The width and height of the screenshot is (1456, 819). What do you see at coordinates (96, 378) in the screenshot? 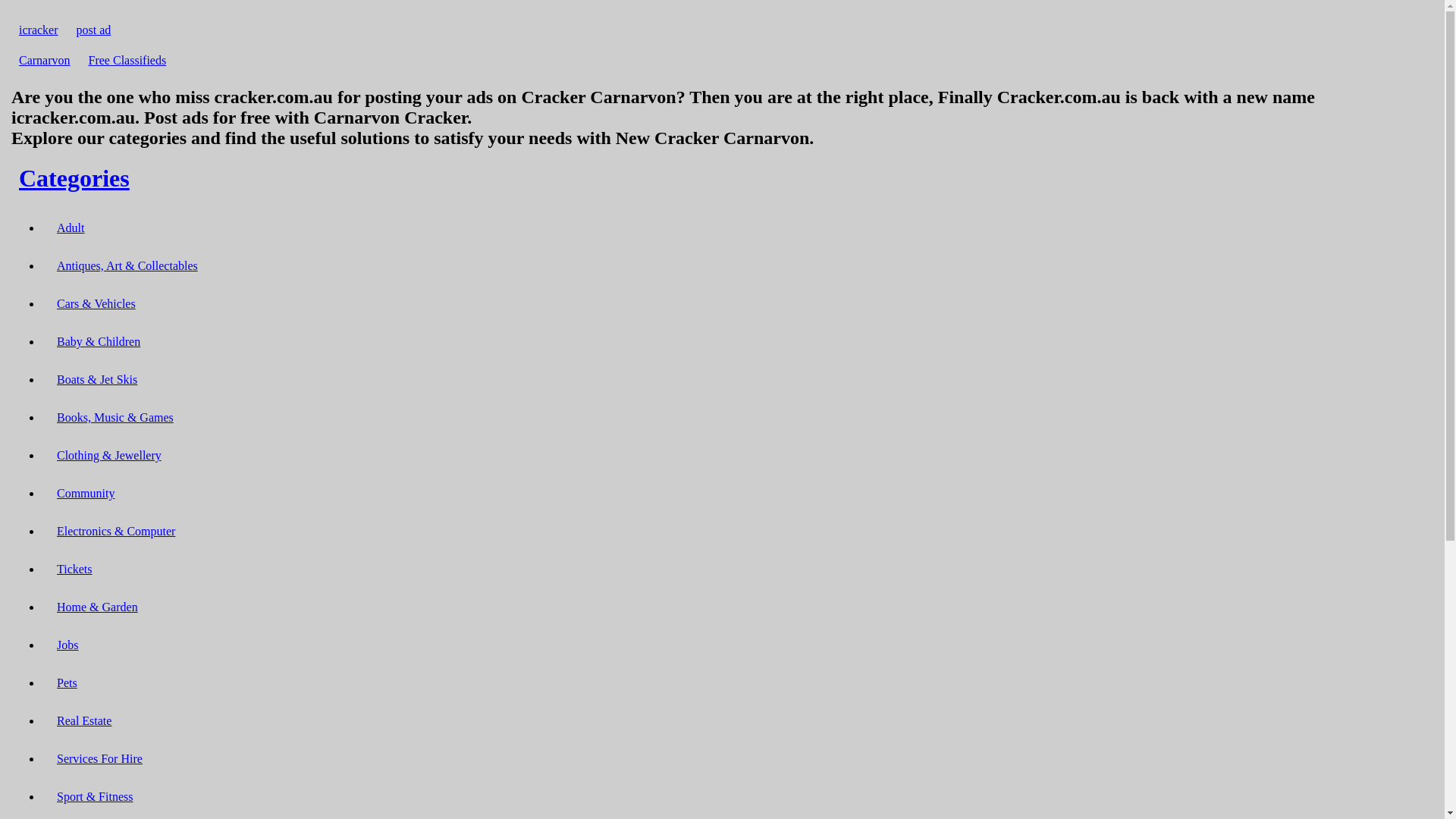
I see `'Boats & Jet Skis'` at bounding box center [96, 378].